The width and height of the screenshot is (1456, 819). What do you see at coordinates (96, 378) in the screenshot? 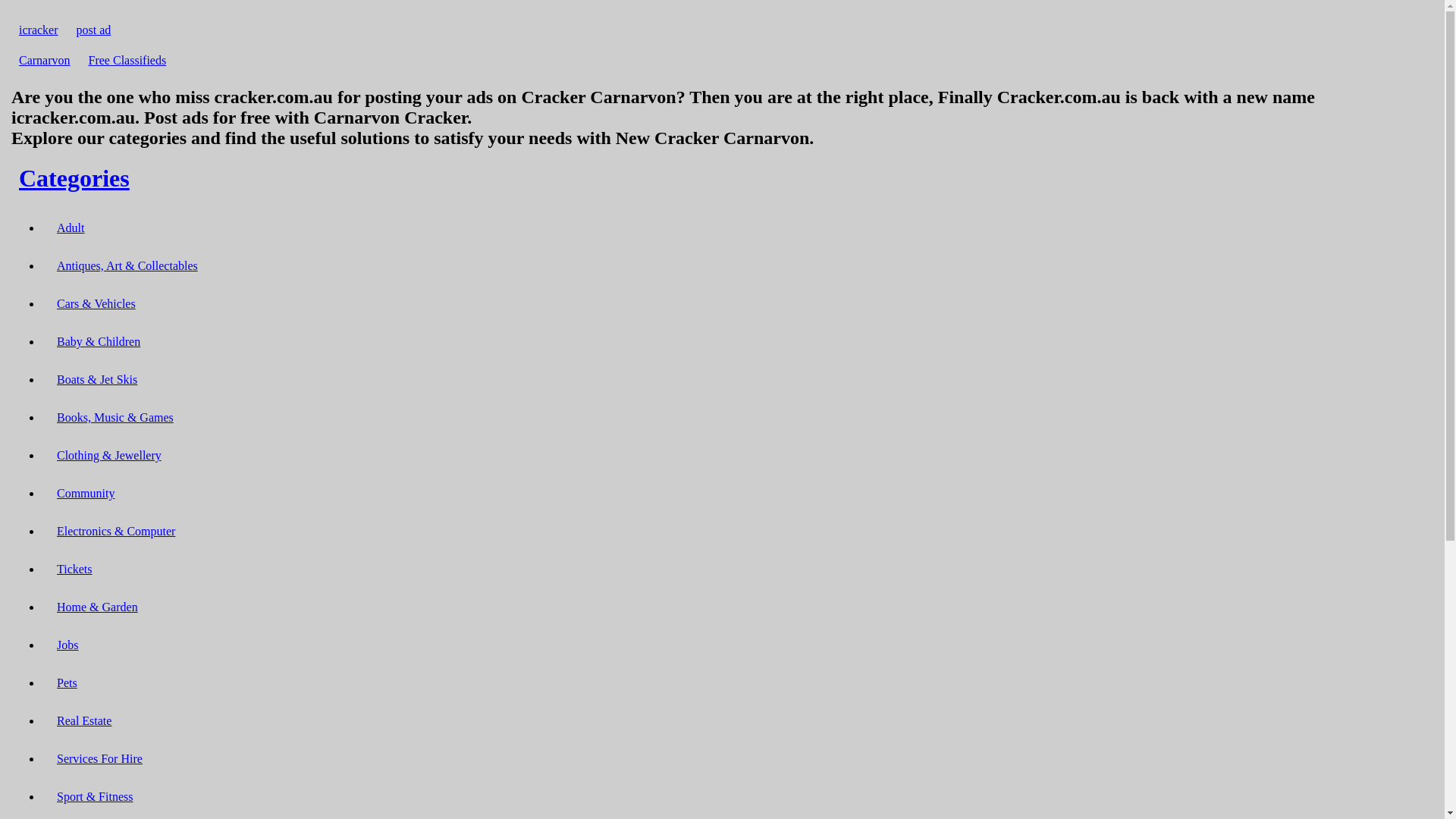
I see `'Boats & Jet Skis'` at bounding box center [96, 378].